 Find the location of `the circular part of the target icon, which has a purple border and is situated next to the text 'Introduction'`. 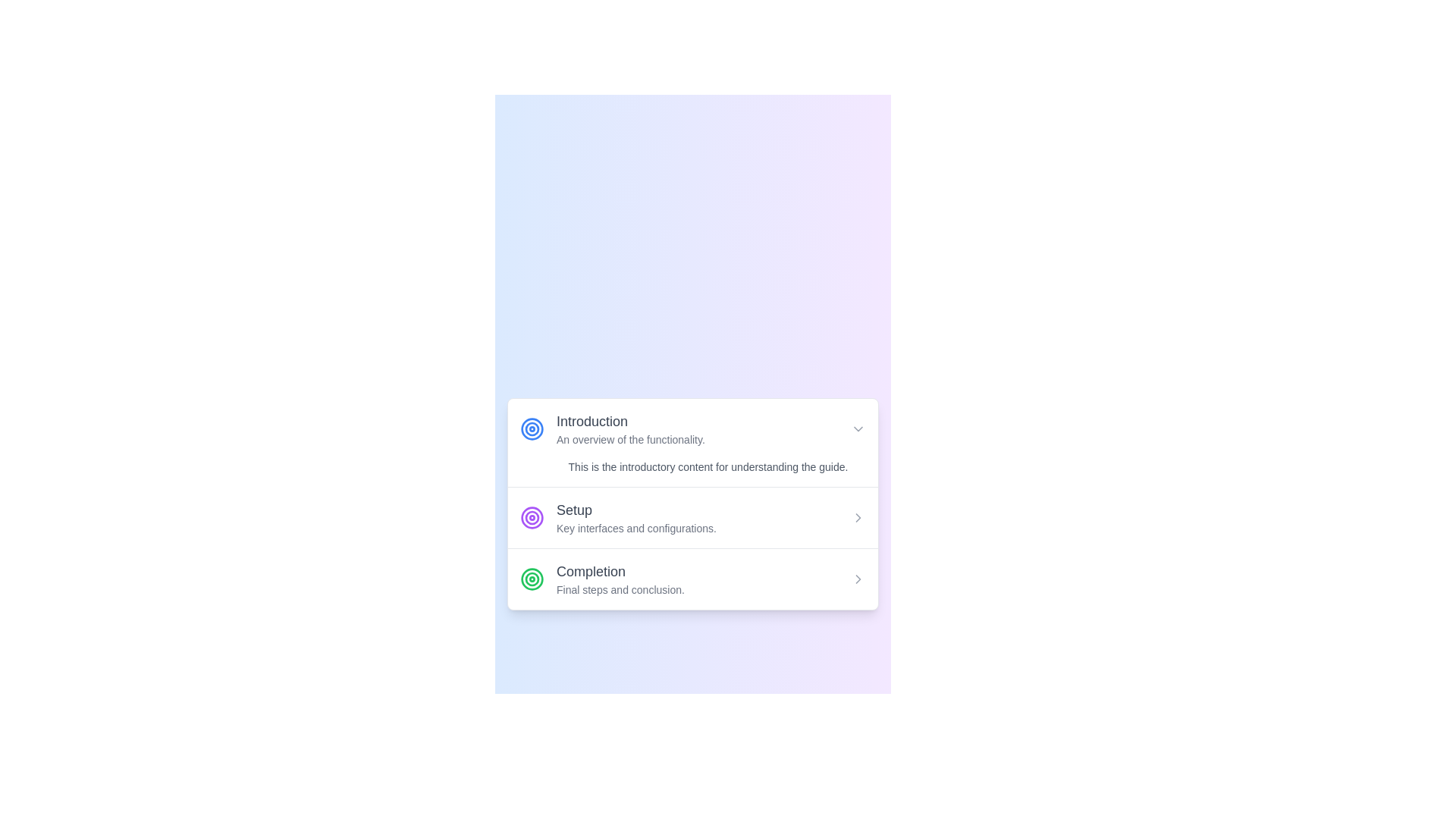

the circular part of the target icon, which has a purple border and is situated next to the text 'Introduction' is located at coordinates (532, 516).